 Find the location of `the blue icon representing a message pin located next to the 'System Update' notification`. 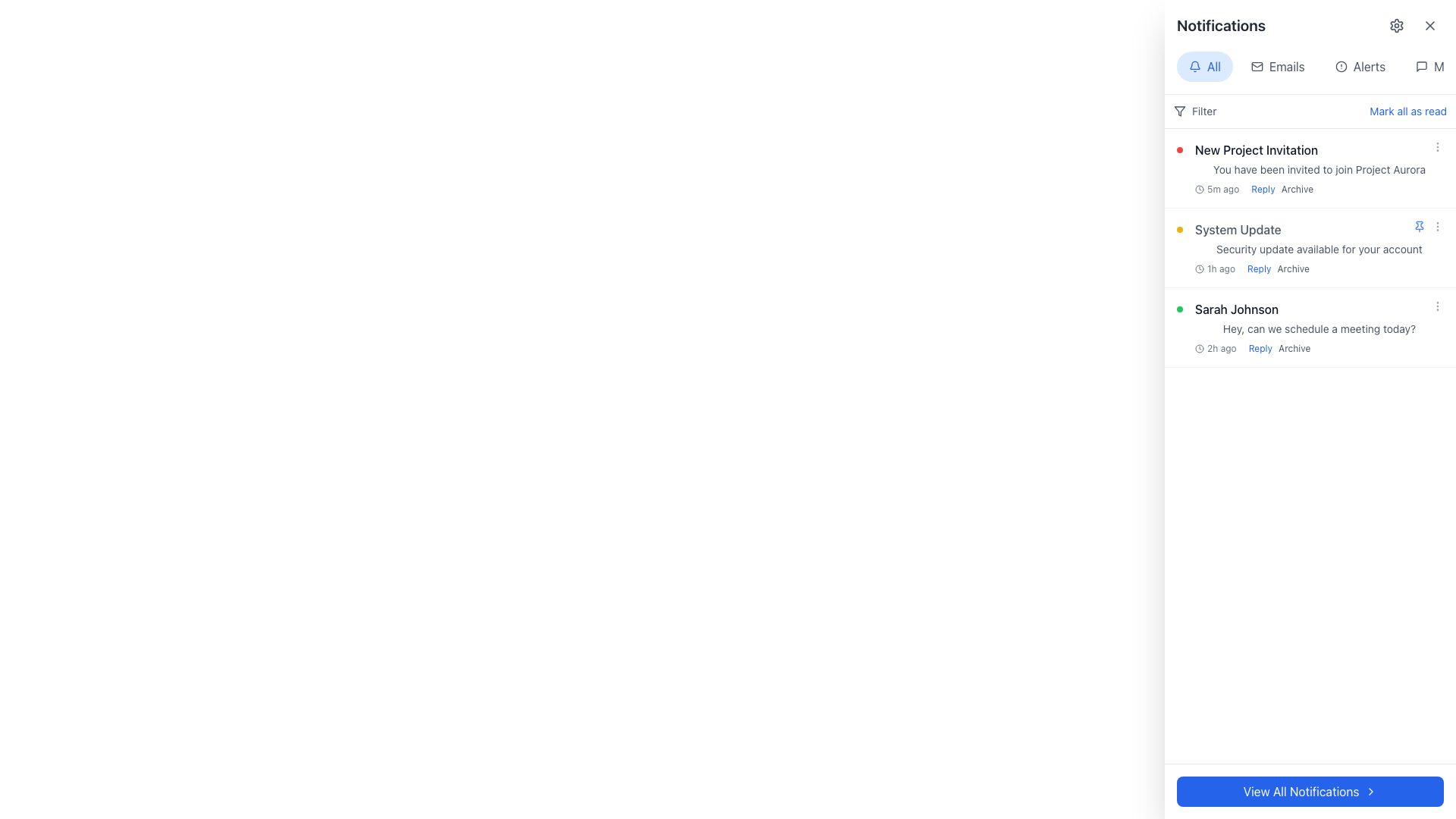

the blue icon representing a message pin located next to the 'System Update' notification is located at coordinates (1419, 225).